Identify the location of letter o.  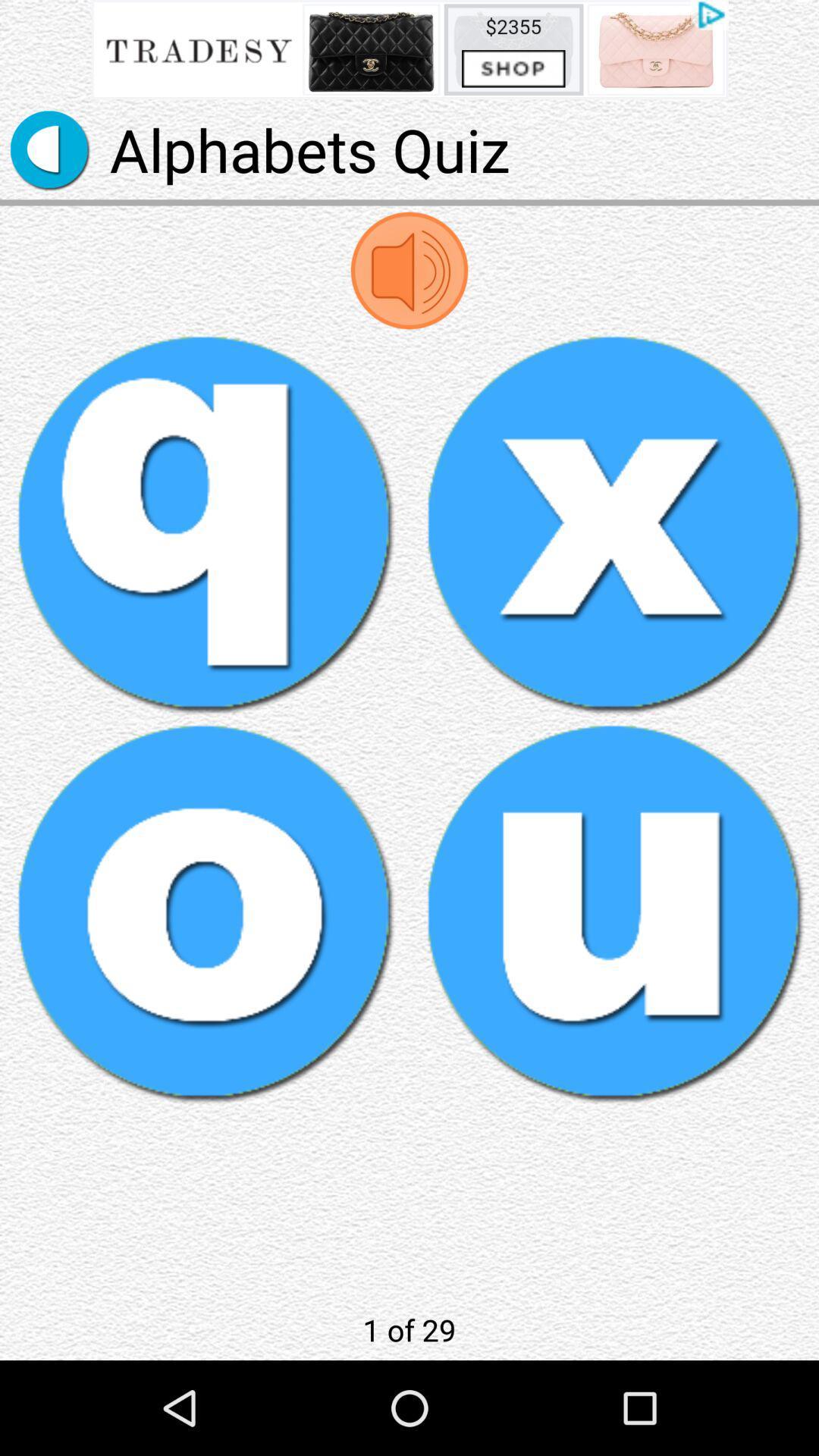
(205, 912).